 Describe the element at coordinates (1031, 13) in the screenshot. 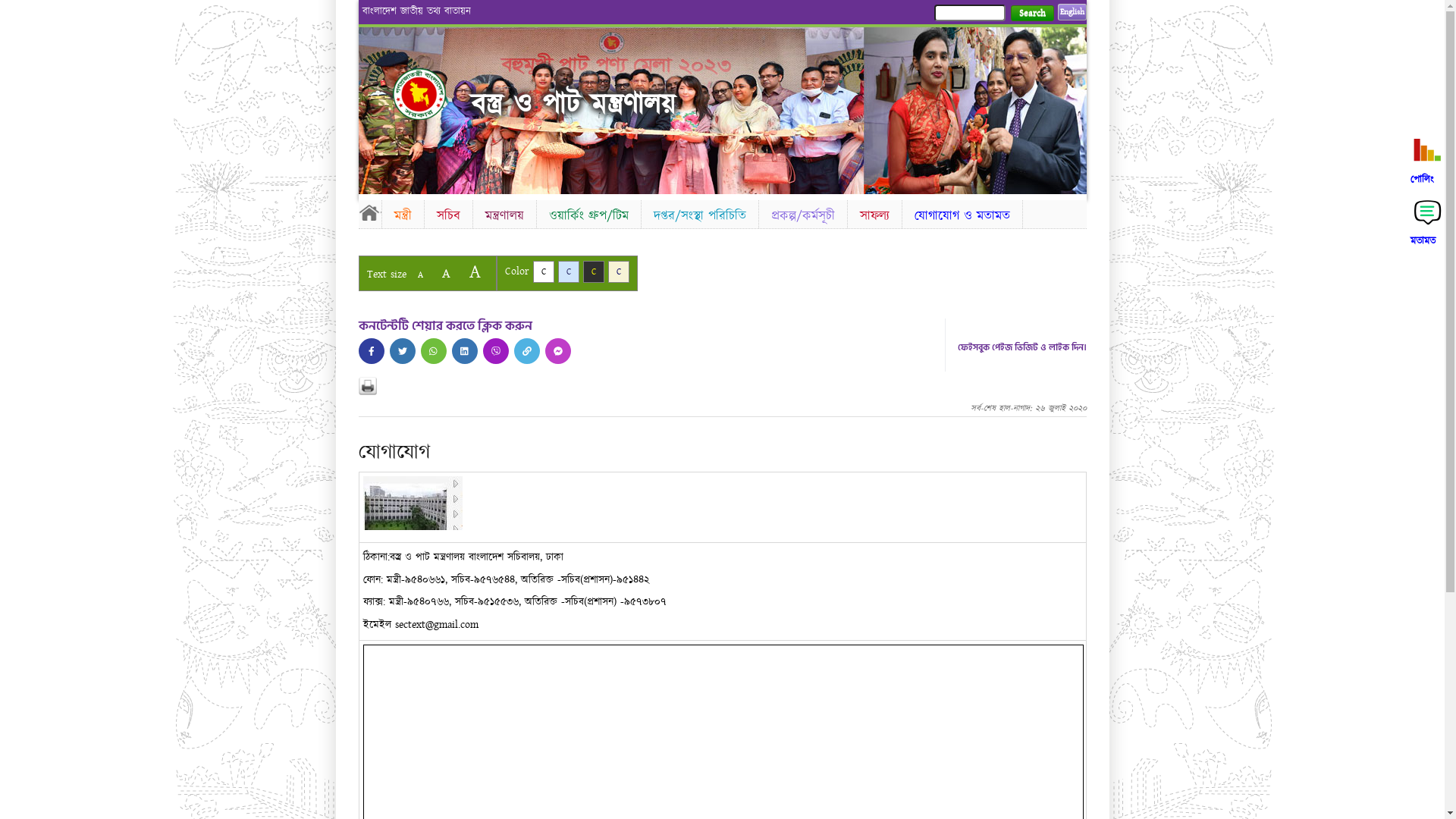

I see `'Search'` at that location.